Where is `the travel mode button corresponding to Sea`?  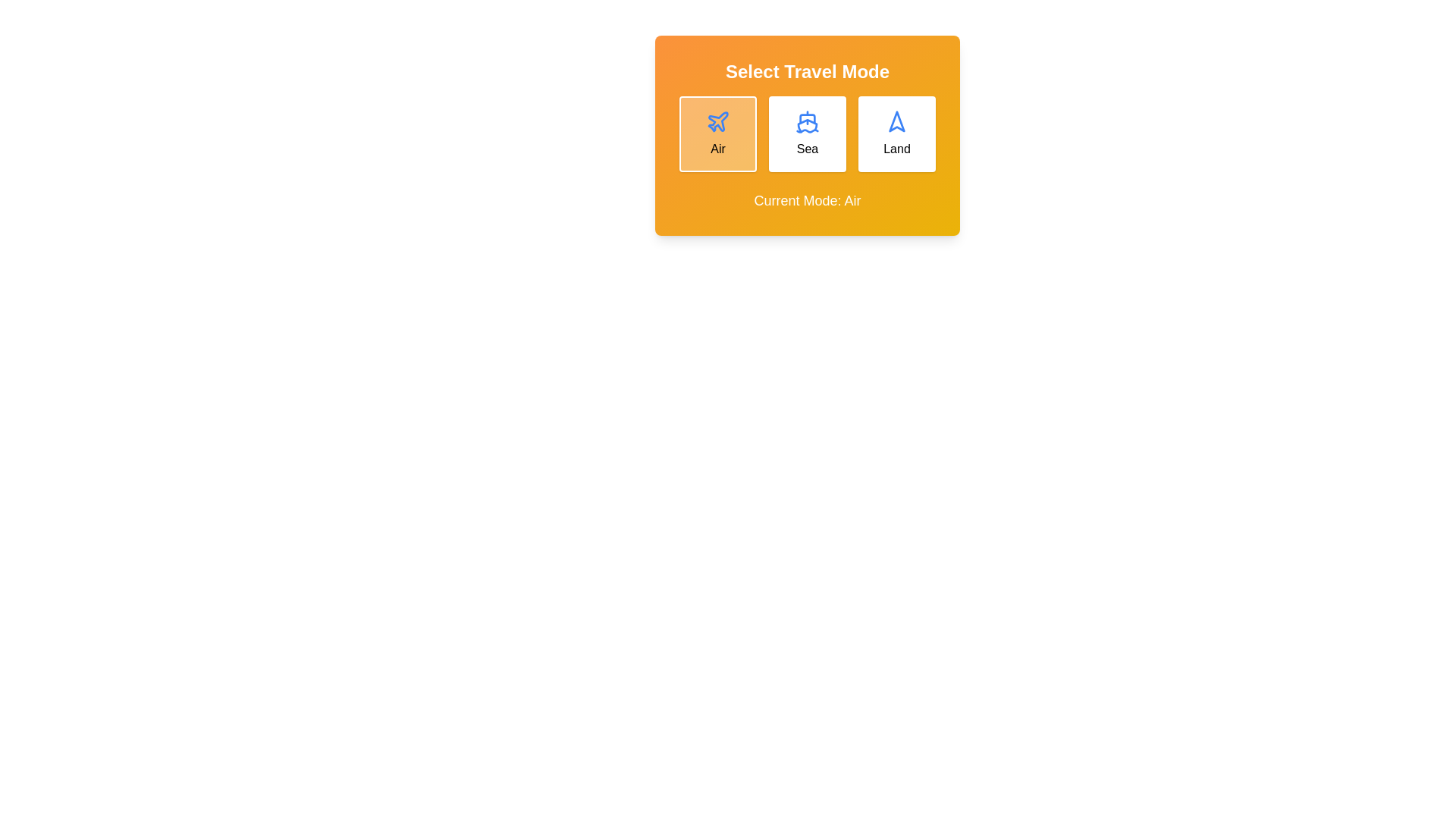 the travel mode button corresponding to Sea is located at coordinates (807, 133).